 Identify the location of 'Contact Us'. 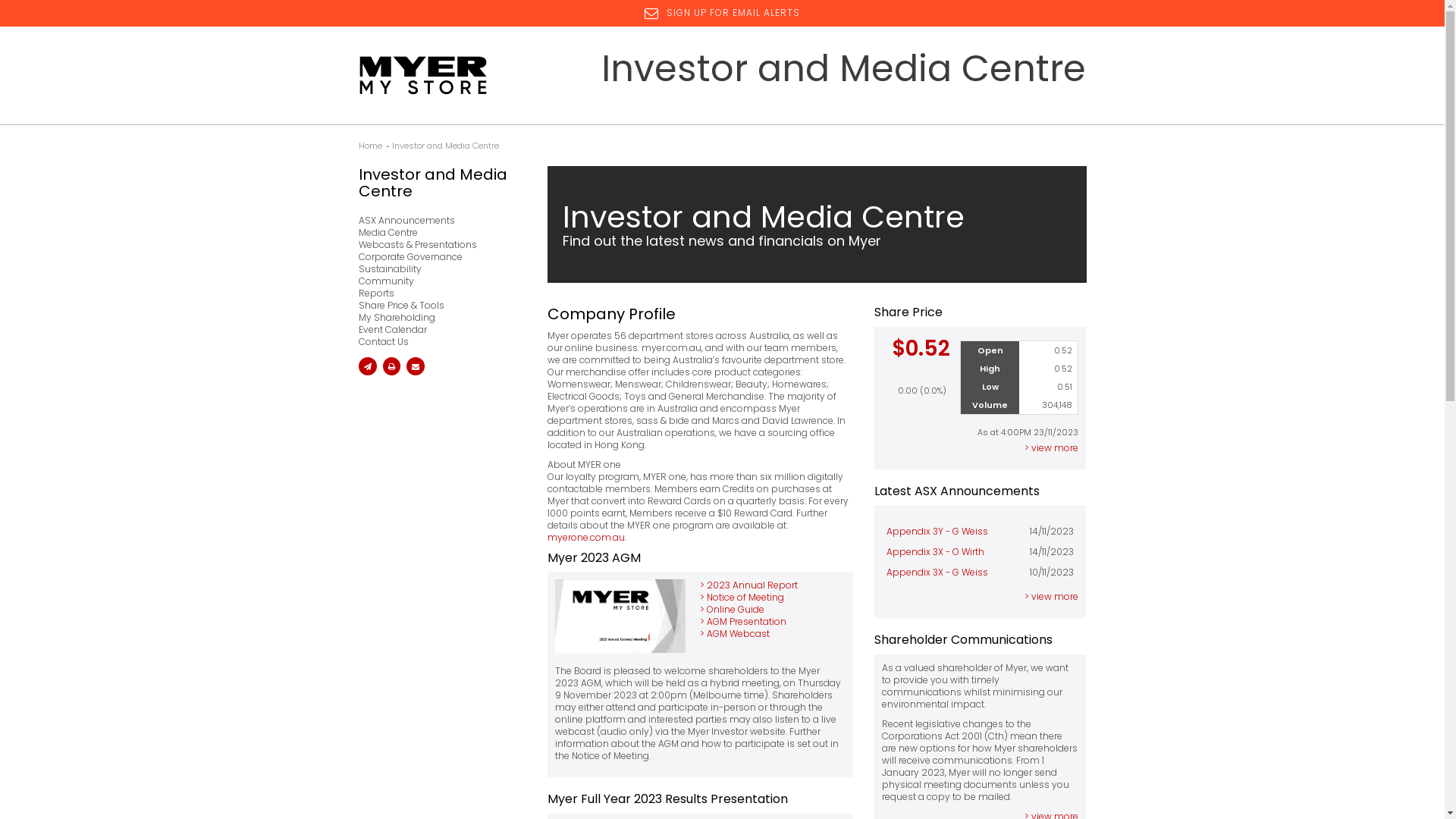
(437, 342).